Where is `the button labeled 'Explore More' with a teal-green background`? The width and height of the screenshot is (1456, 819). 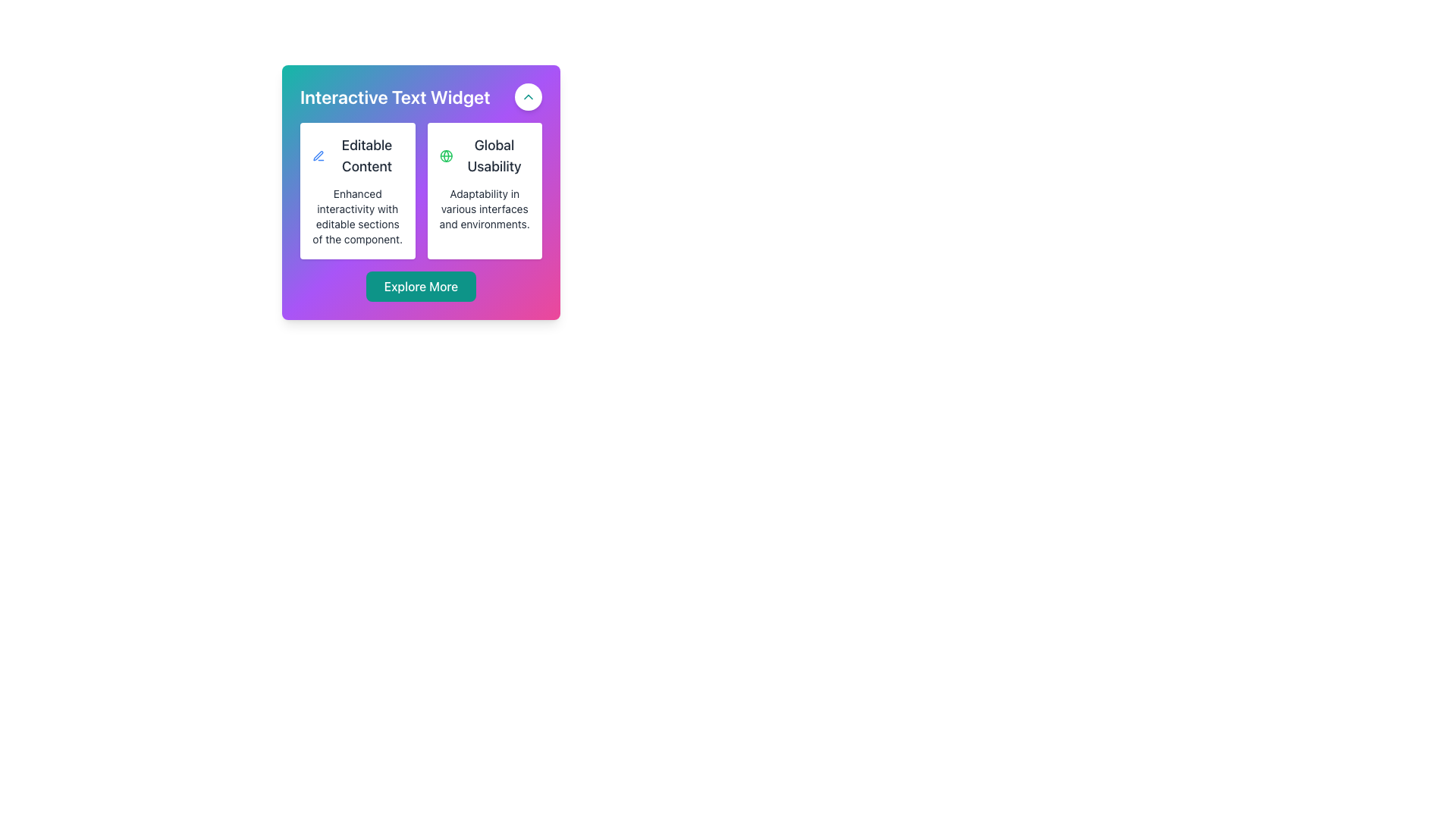 the button labeled 'Explore More' with a teal-green background is located at coordinates (421, 287).